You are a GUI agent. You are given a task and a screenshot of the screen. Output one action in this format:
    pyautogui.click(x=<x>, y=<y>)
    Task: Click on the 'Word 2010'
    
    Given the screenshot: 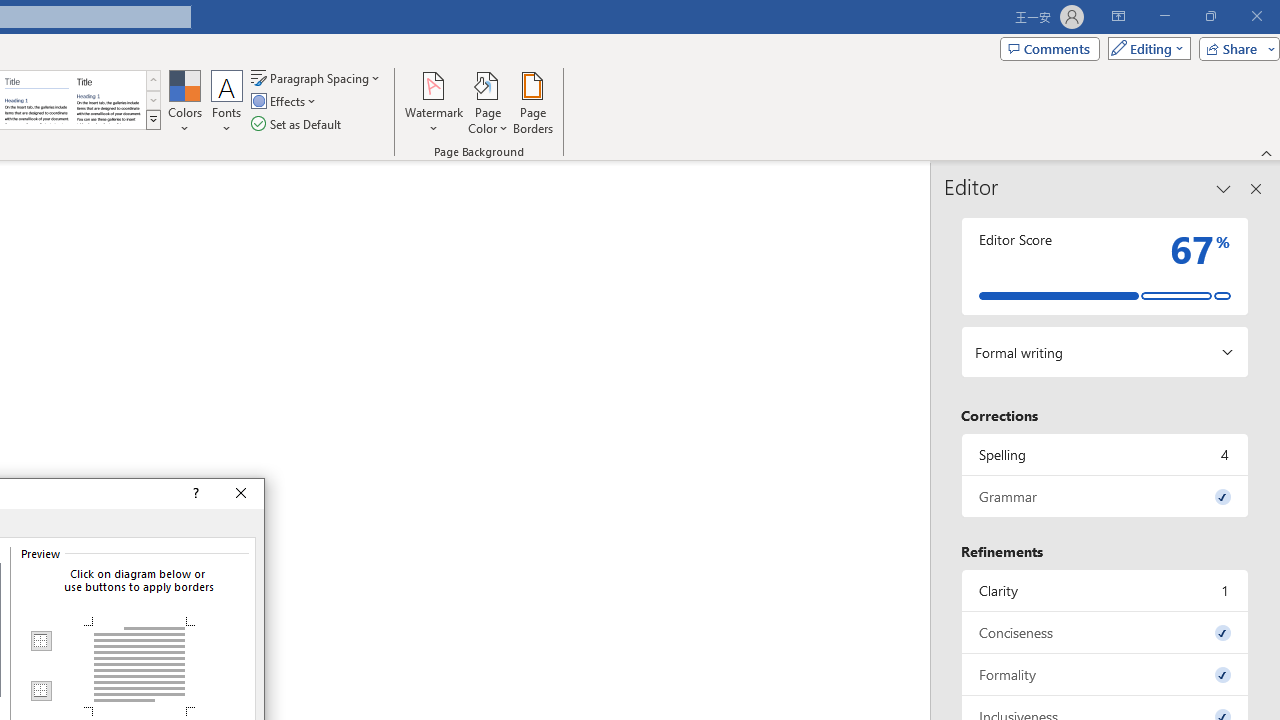 What is the action you would take?
    pyautogui.click(x=37, y=100)
    